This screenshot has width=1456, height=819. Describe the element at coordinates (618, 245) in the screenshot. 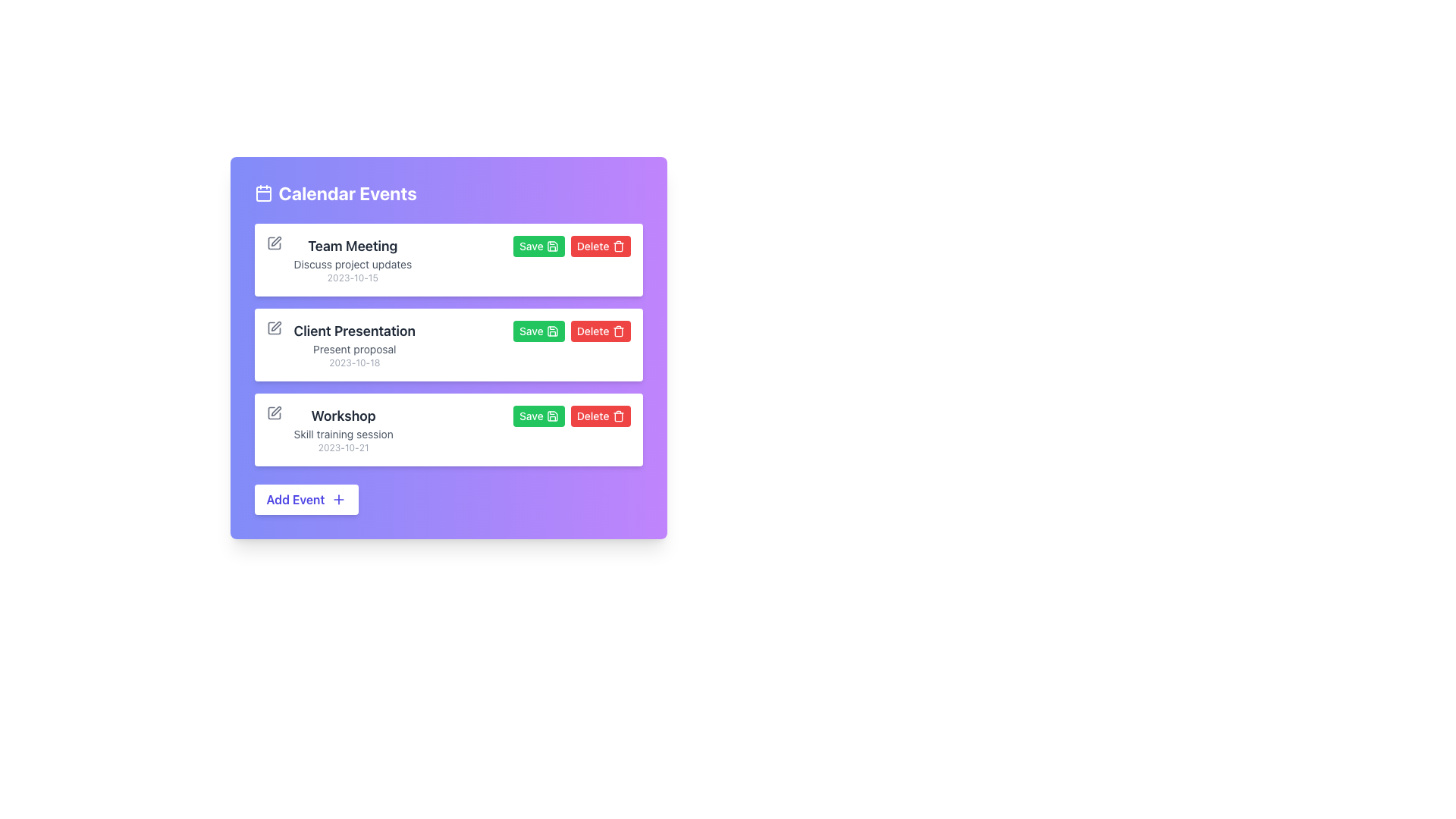

I see `the trash can icon` at that location.